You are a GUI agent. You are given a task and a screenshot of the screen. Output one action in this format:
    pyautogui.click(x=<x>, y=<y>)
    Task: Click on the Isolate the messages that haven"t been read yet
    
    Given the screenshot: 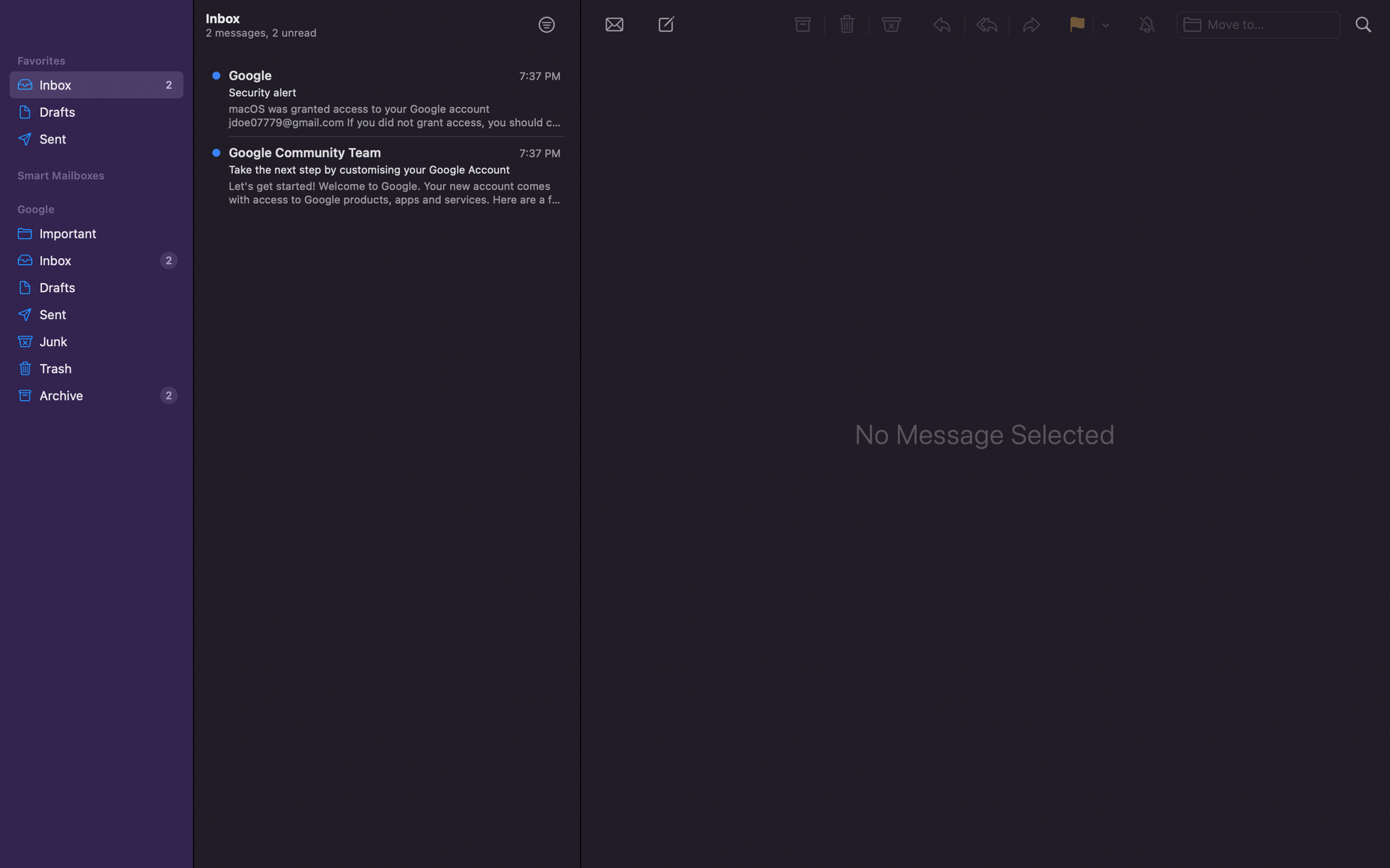 What is the action you would take?
    pyautogui.click(x=546, y=24)
    